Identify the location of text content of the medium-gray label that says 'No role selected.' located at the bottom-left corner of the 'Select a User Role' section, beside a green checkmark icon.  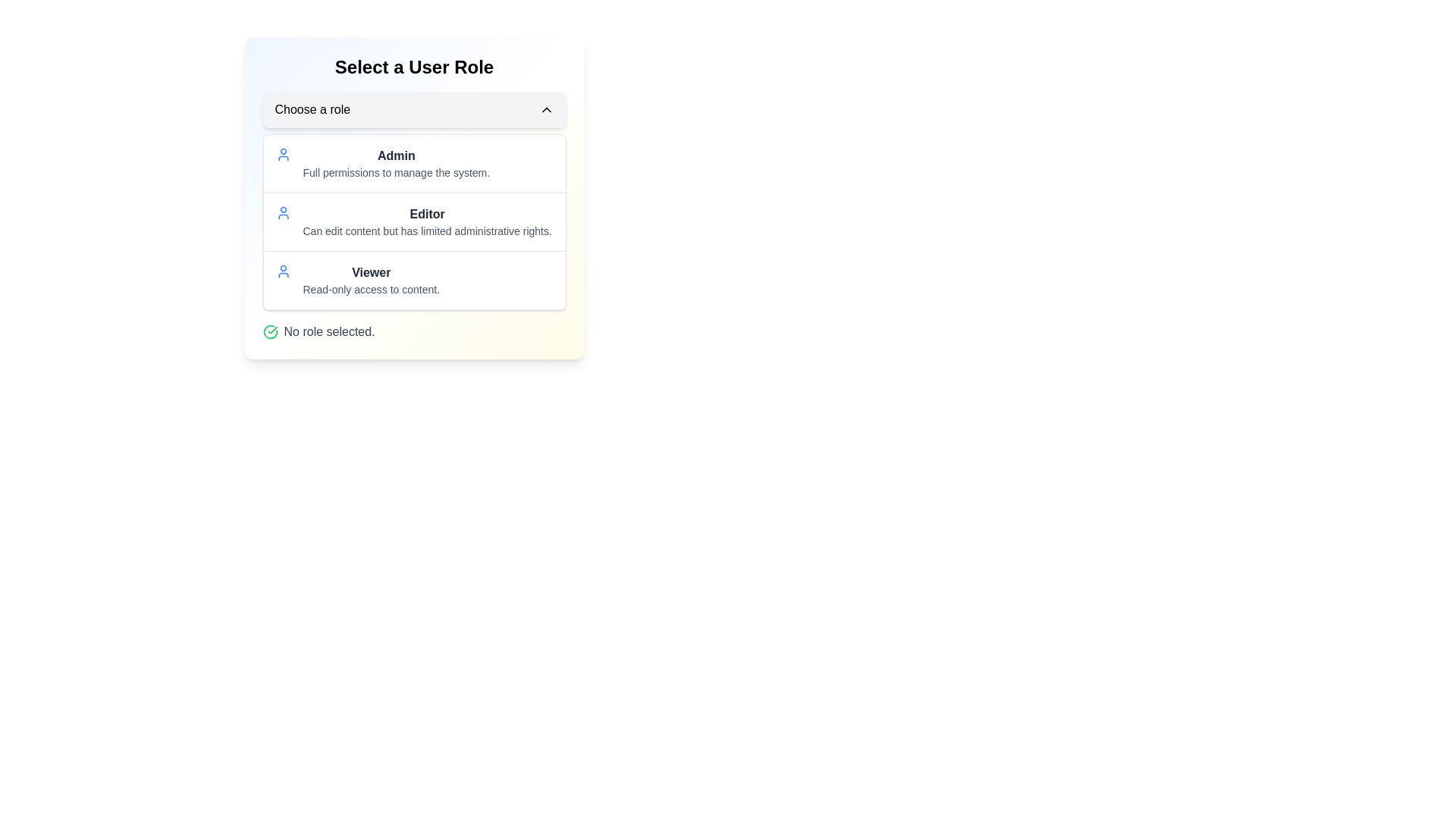
(328, 331).